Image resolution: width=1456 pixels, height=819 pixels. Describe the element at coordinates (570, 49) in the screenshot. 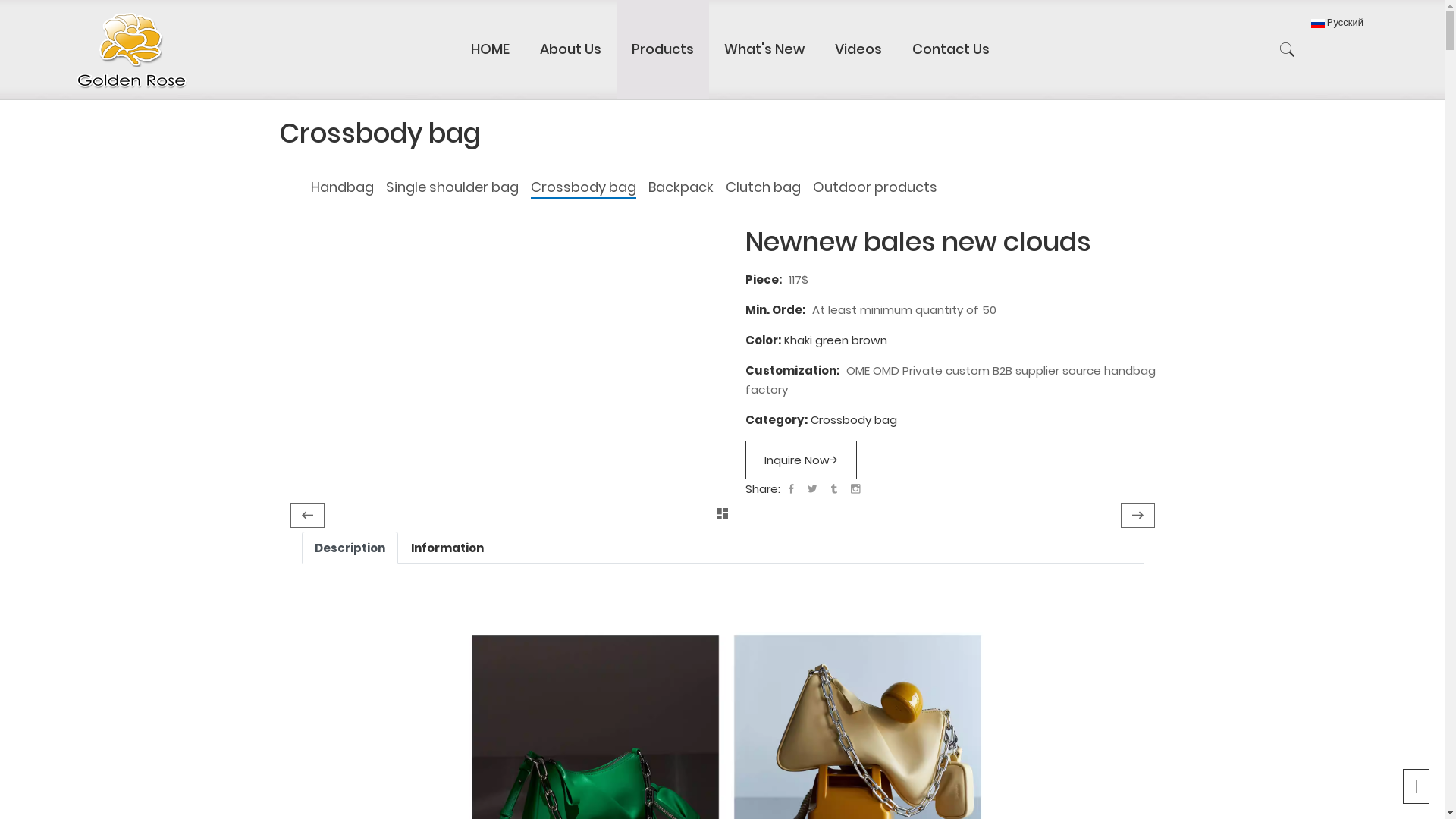

I see `'About Us'` at that location.